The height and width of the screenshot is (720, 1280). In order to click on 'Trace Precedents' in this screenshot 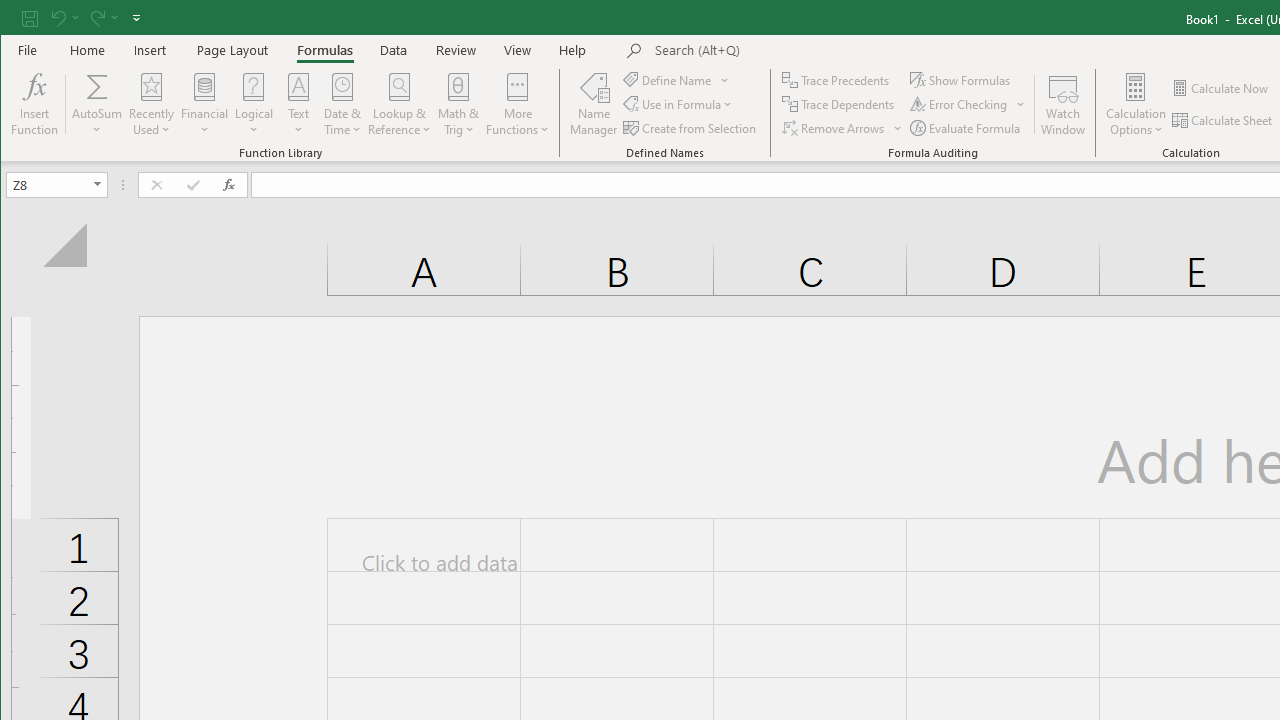, I will do `click(837, 79)`.